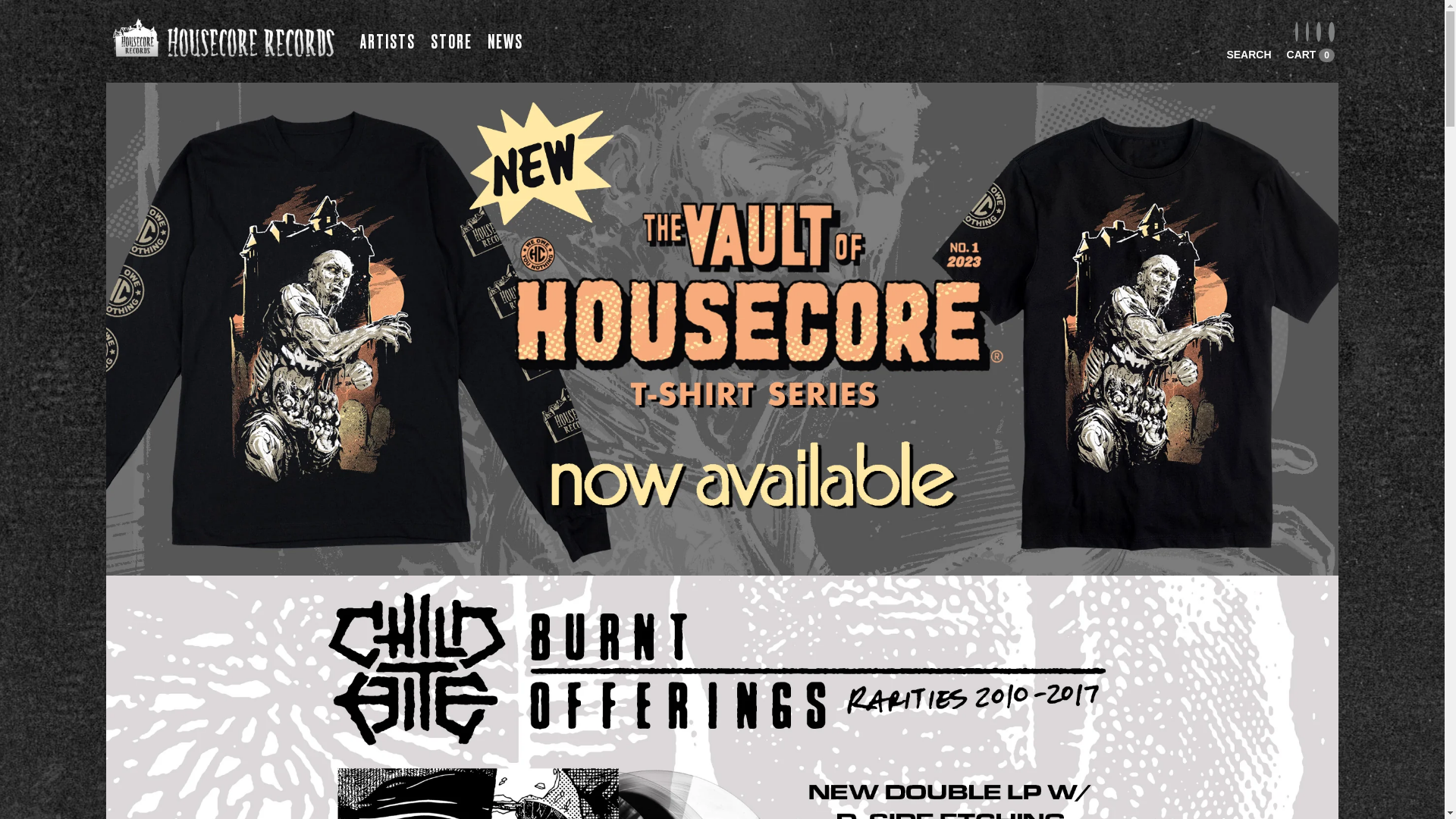 This screenshot has height=819, width=1456. What do you see at coordinates (1331, 32) in the screenshot?
I see `'youtube'` at bounding box center [1331, 32].